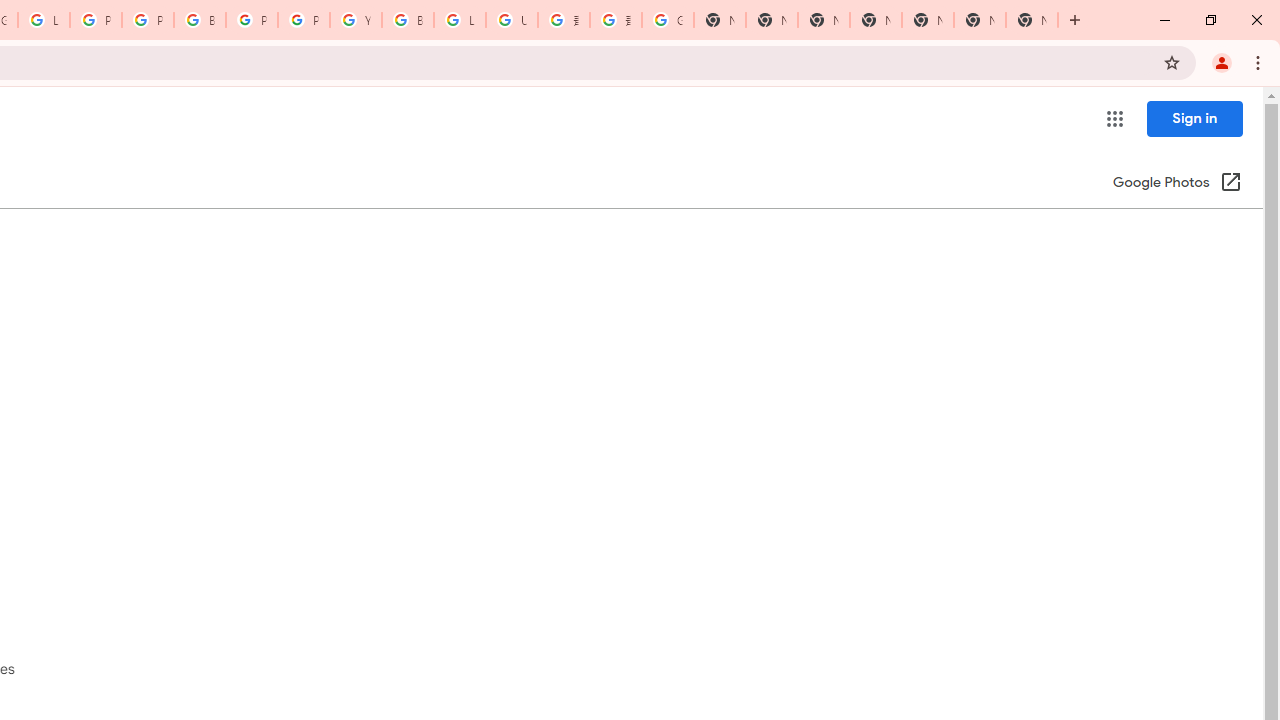  Describe the element at coordinates (668, 20) in the screenshot. I see `'Google Images'` at that location.